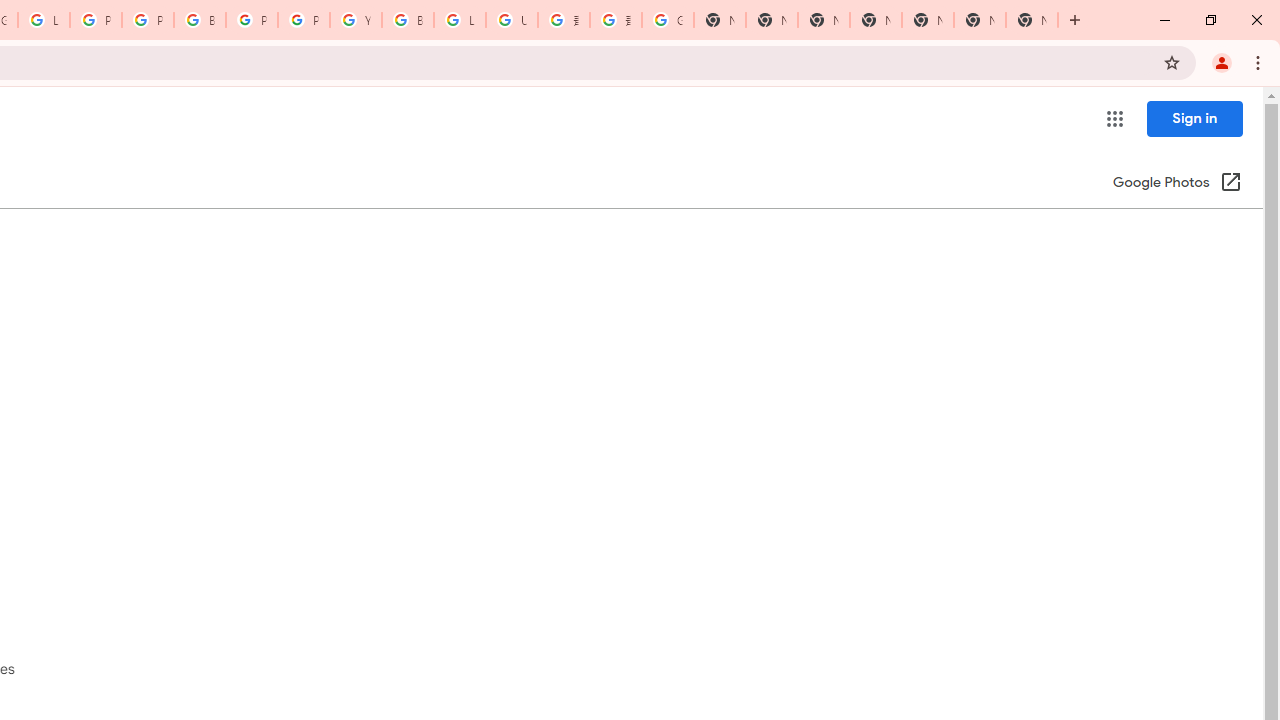  Describe the element at coordinates (668, 20) in the screenshot. I see `'Google Images'` at that location.